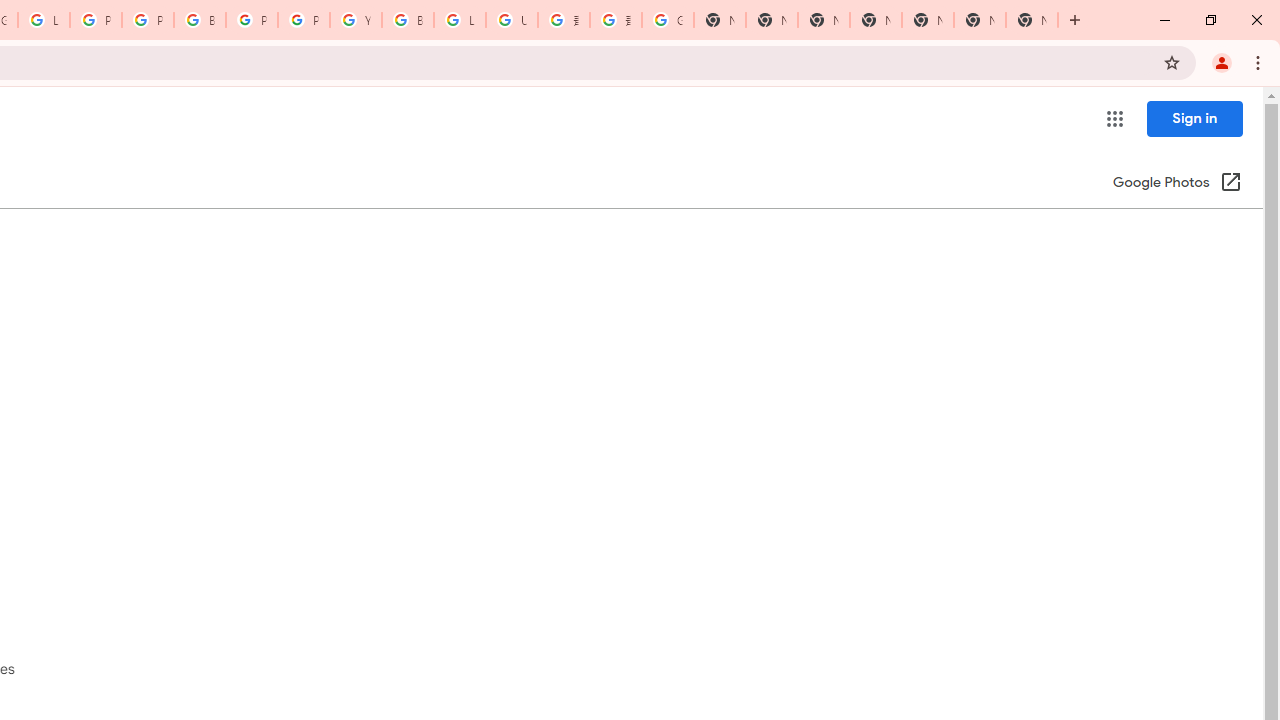  Describe the element at coordinates (668, 20) in the screenshot. I see `'Google Images'` at that location.